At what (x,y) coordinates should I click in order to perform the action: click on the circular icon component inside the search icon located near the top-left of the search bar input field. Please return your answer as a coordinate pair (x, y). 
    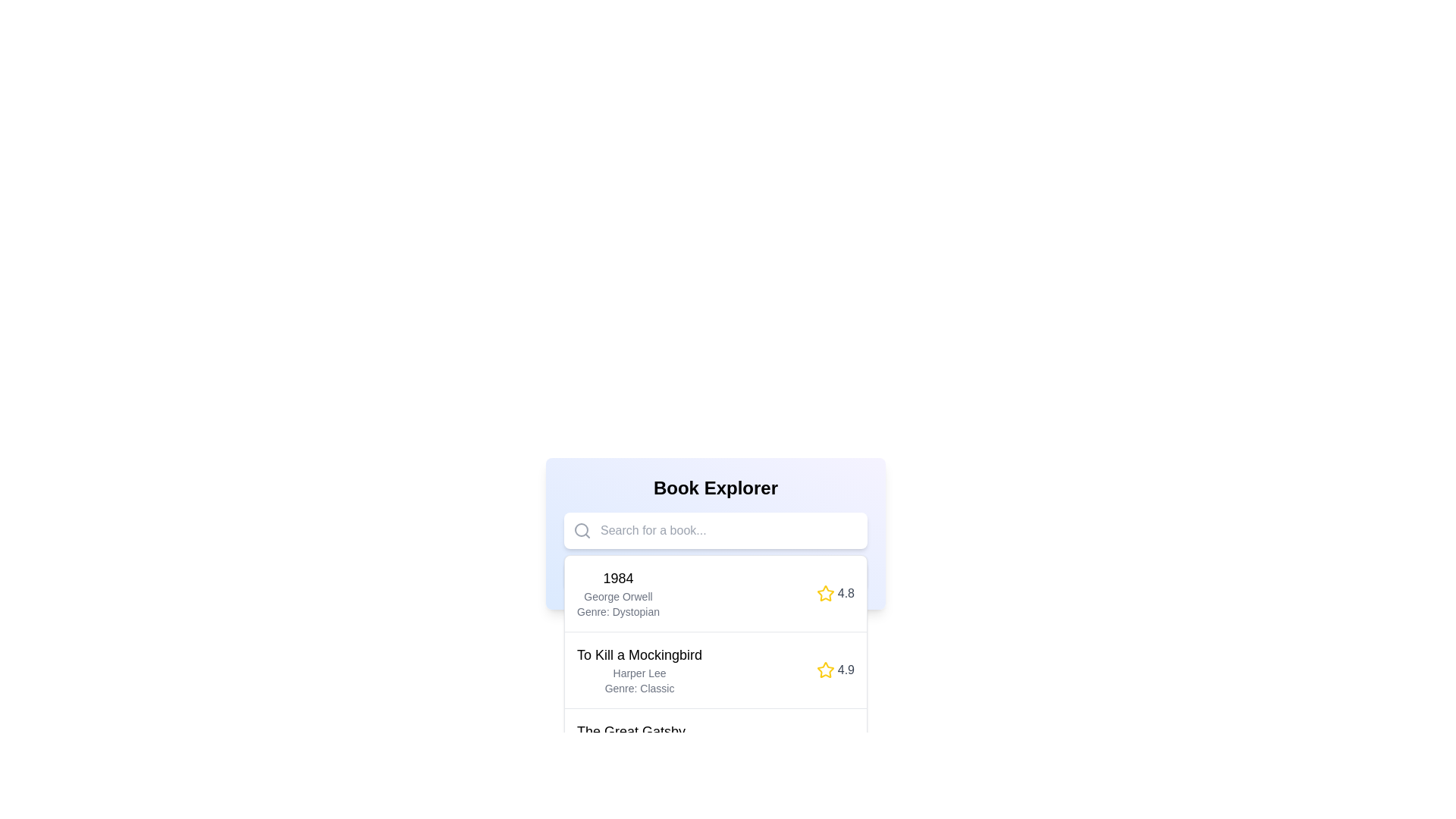
    Looking at the image, I should click on (581, 529).